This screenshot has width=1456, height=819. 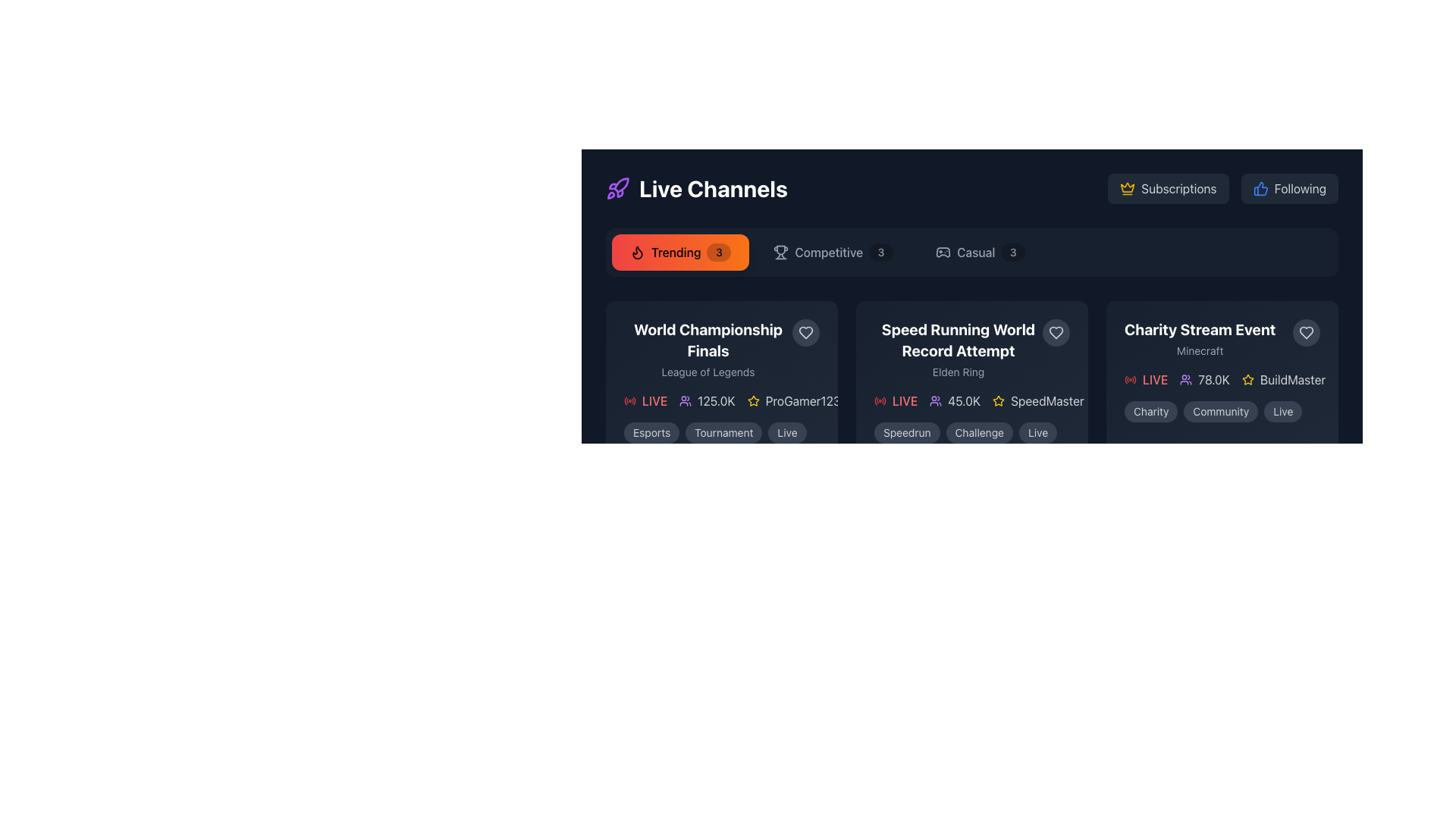 What do you see at coordinates (971, 432) in the screenshot?
I see `the Tag group containing the text segments 'Speedrun', 'Challenge', and 'Live'` at bounding box center [971, 432].